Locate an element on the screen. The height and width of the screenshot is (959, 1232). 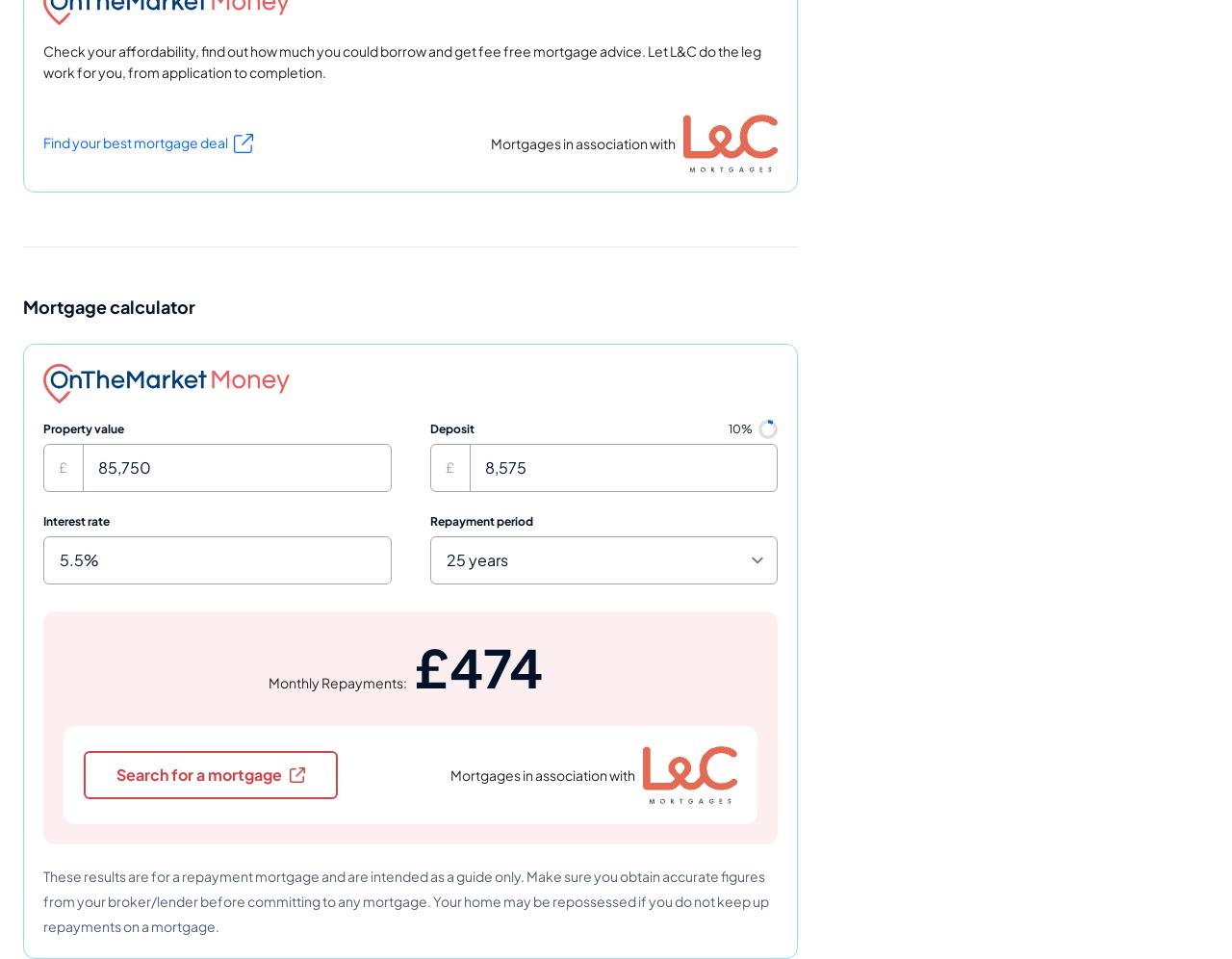
'Repayment period' is located at coordinates (480, 520).